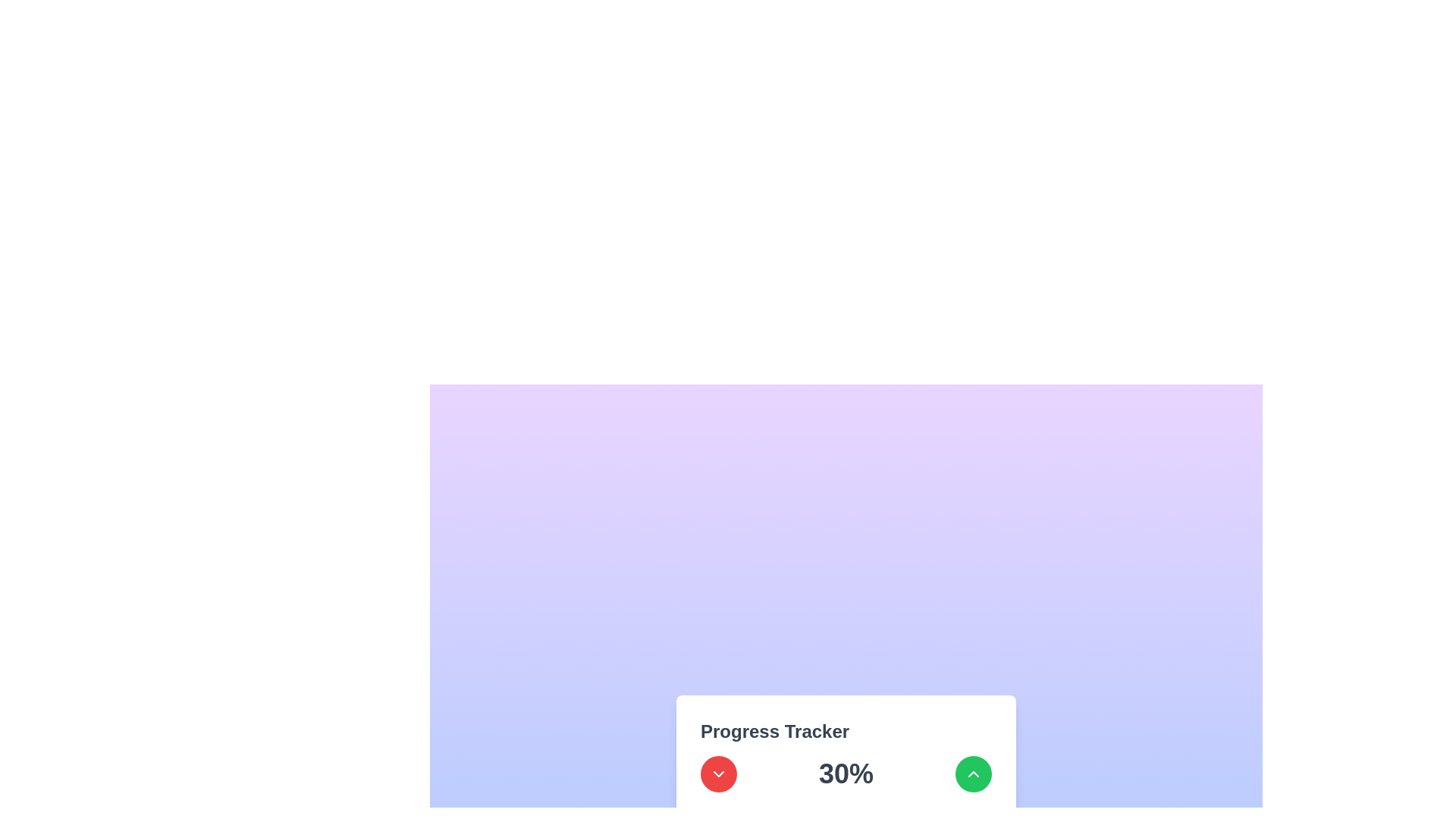 The image size is (1456, 819). I want to click on the downward-pointing chevron icon with a red circular background, located to the left of 'Progress Tracker's' content, so click(718, 774).